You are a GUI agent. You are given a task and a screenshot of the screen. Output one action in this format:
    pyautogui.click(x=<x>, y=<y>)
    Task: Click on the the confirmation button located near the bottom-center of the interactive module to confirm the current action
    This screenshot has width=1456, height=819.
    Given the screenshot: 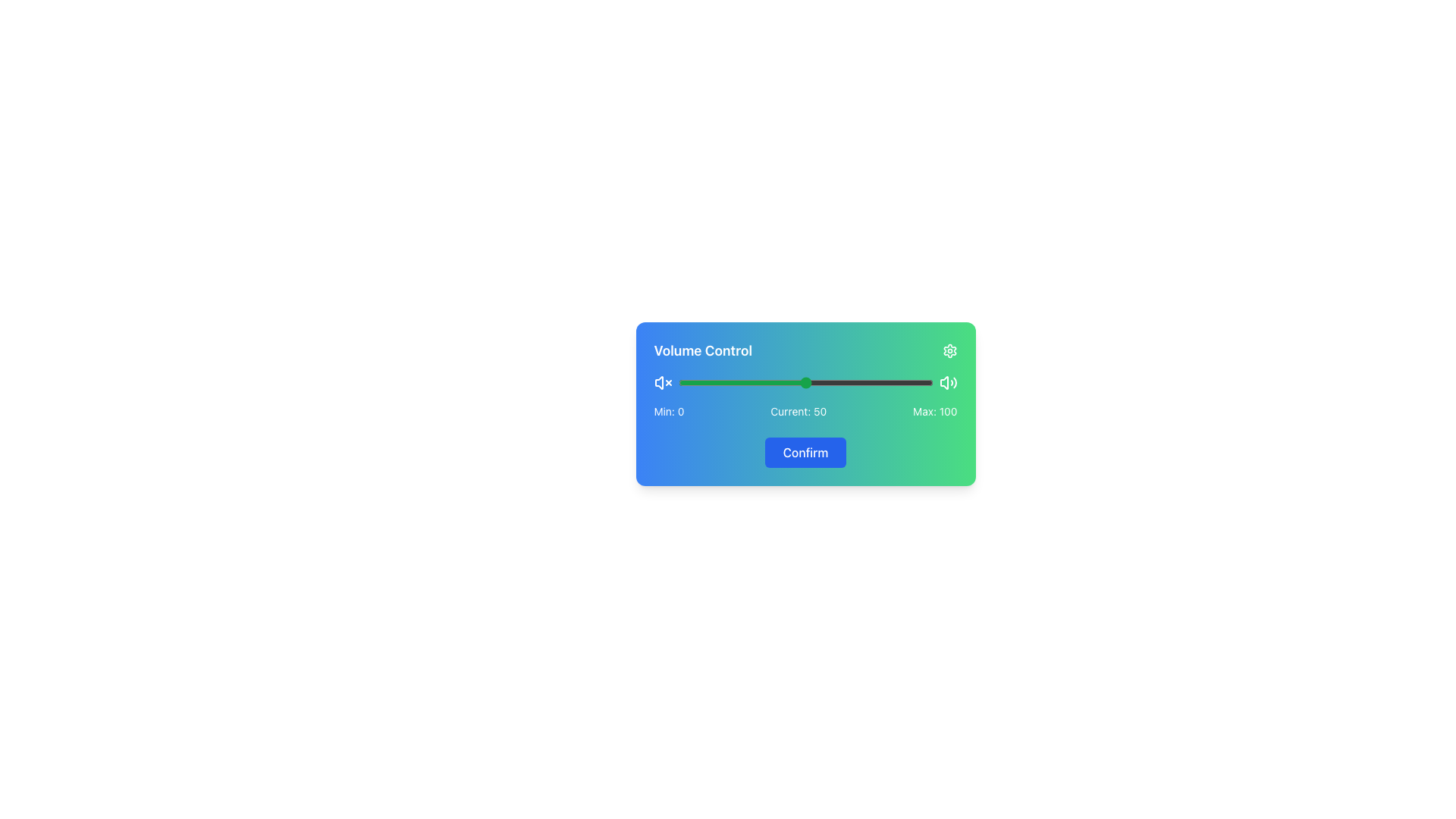 What is the action you would take?
    pyautogui.click(x=805, y=452)
    